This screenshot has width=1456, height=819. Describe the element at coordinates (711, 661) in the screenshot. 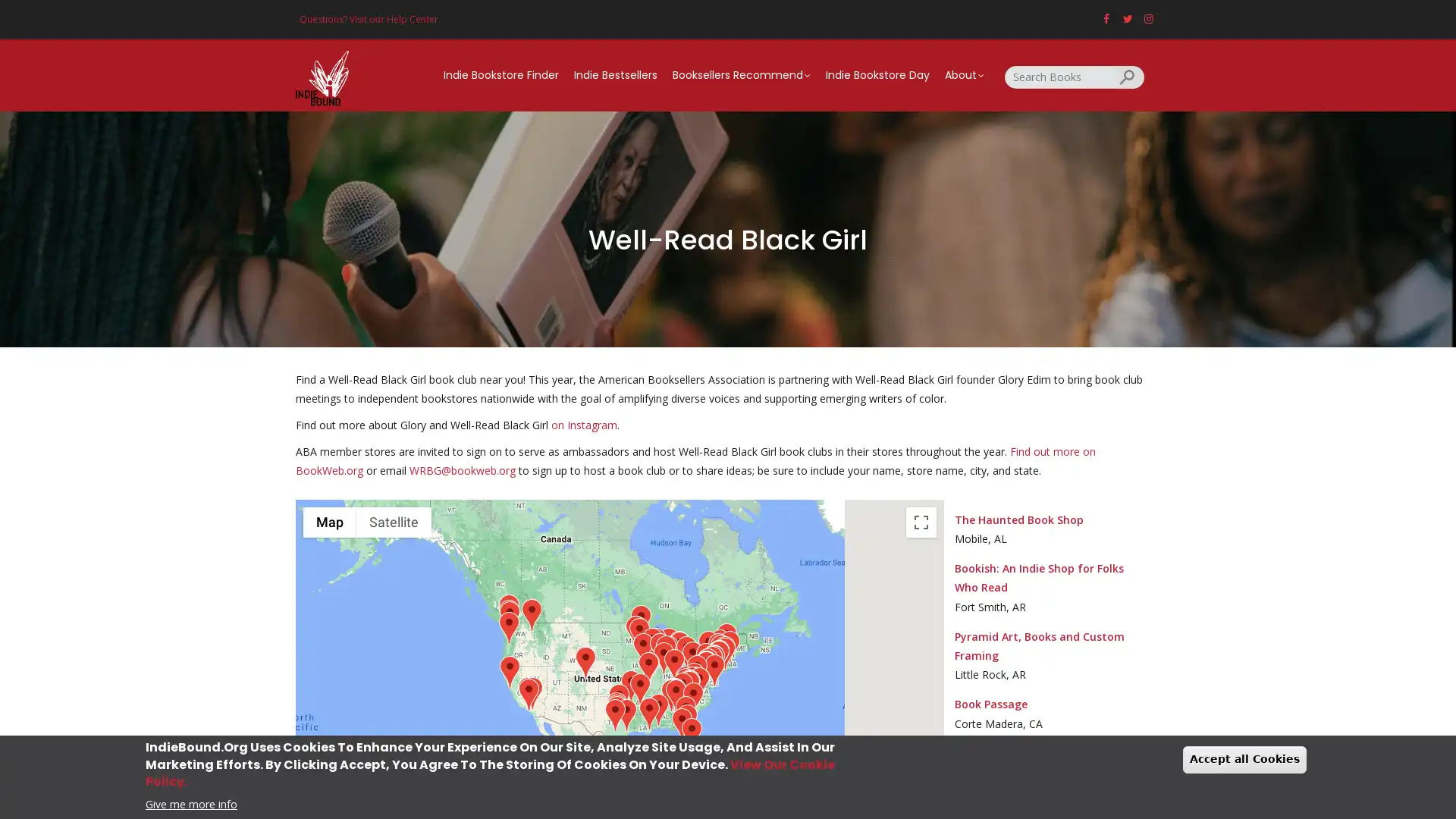

I see `Delaware Art Museum Store` at that location.